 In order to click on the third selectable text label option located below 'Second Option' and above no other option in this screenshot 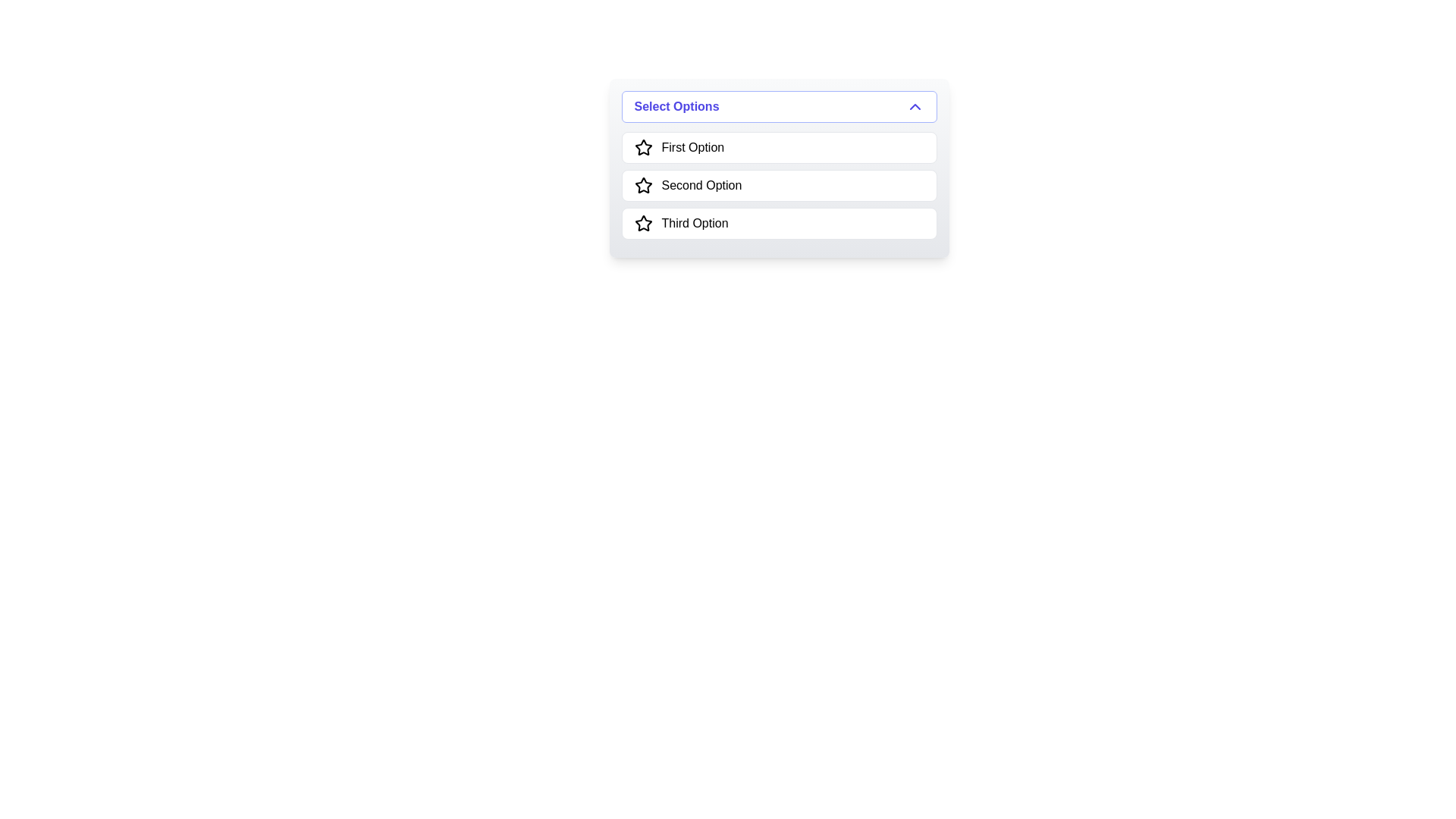, I will do `click(694, 223)`.